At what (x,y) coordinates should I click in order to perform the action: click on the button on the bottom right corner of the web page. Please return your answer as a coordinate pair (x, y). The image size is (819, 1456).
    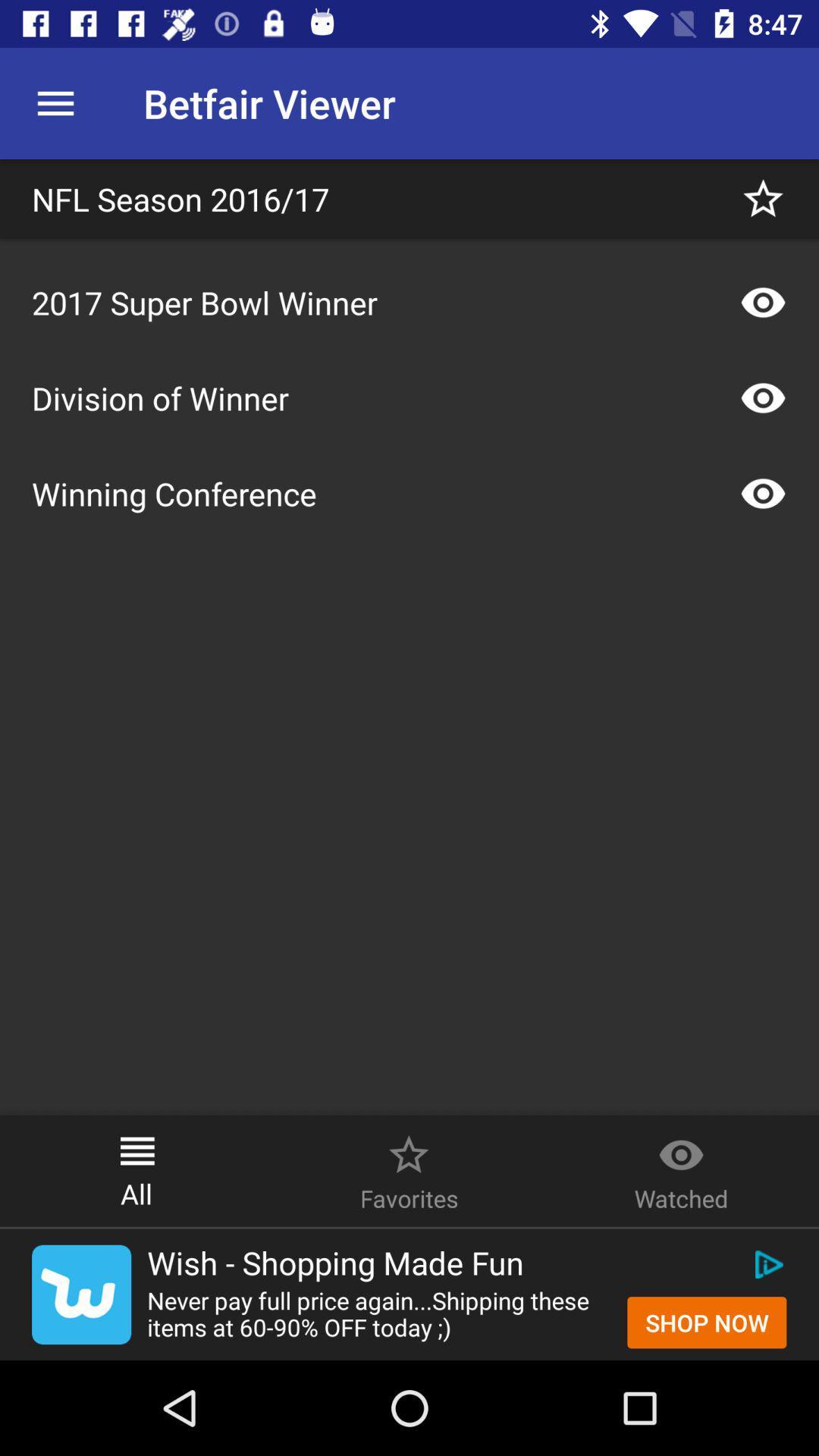
    Looking at the image, I should click on (707, 1321).